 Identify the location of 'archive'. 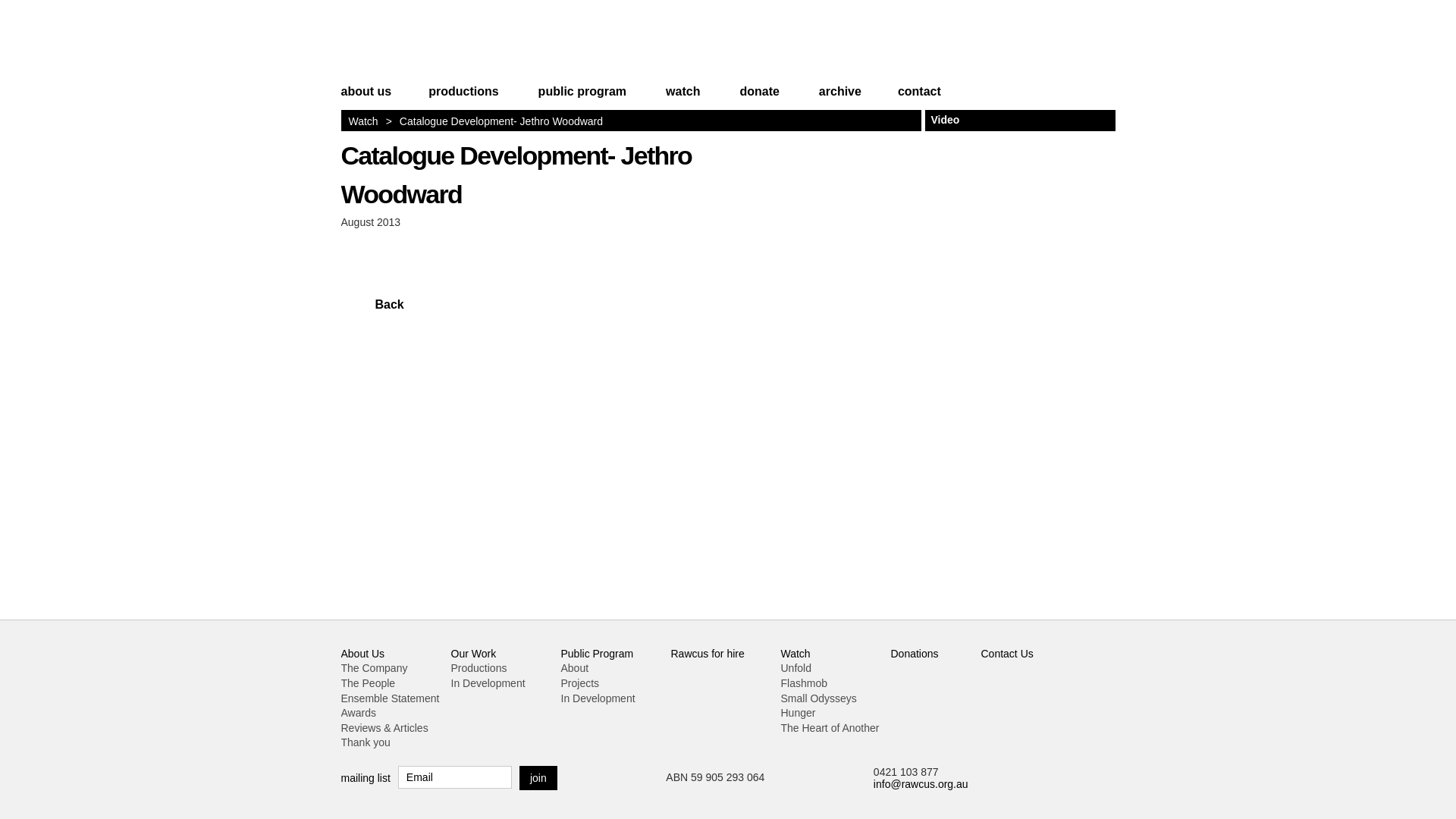
(839, 98).